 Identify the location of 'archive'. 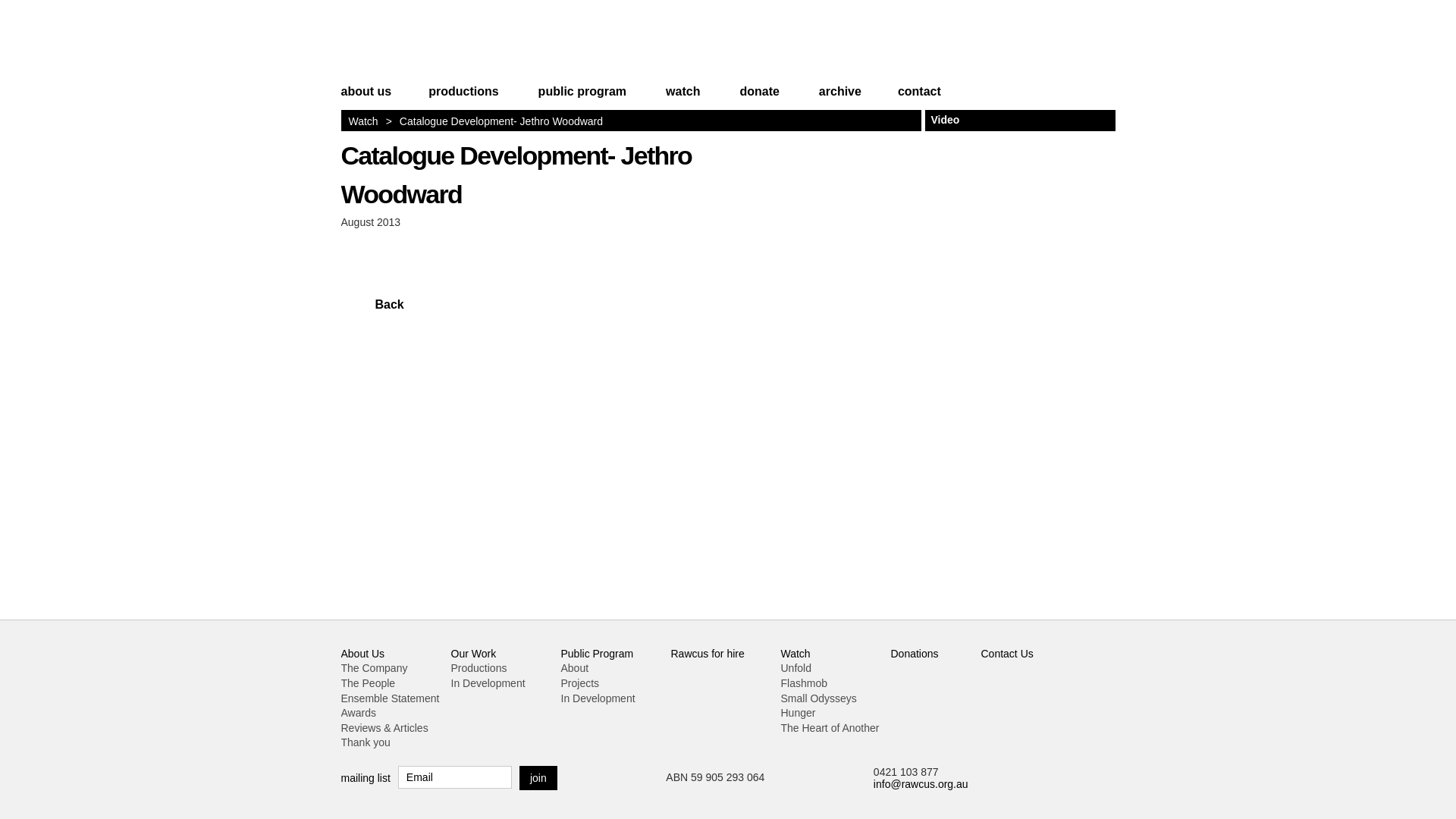
(839, 98).